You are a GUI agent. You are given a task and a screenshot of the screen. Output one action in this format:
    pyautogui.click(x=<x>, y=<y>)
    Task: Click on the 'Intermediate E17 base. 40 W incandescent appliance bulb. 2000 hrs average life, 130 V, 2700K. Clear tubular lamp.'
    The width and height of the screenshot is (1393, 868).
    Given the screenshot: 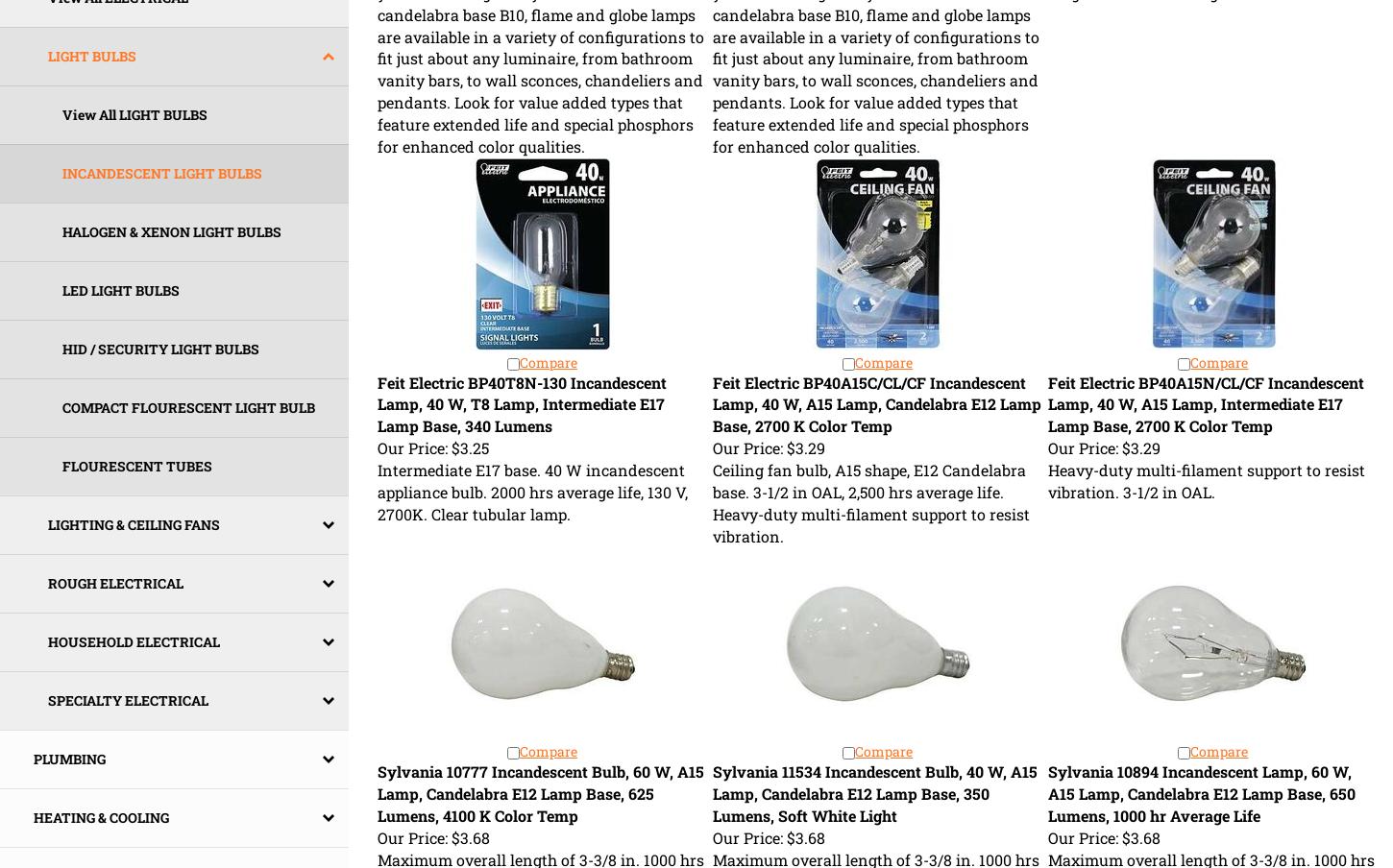 What is the action you would take?
    pyautogui.click(x=531, y=491)
    